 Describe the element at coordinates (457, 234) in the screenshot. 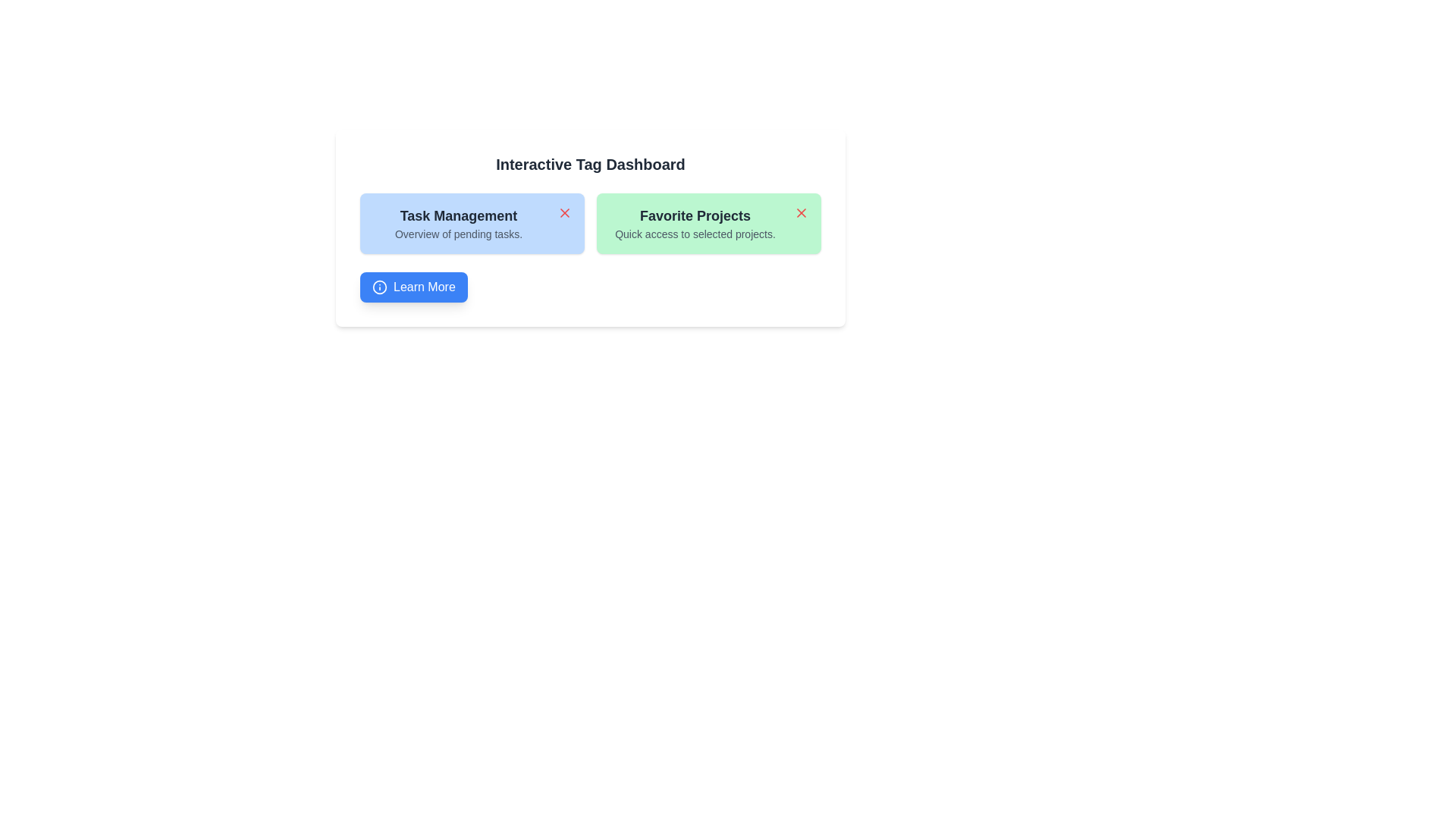

I see `the text description element located beneath the 'Task Management' heading within the blue-colored card` at that location.